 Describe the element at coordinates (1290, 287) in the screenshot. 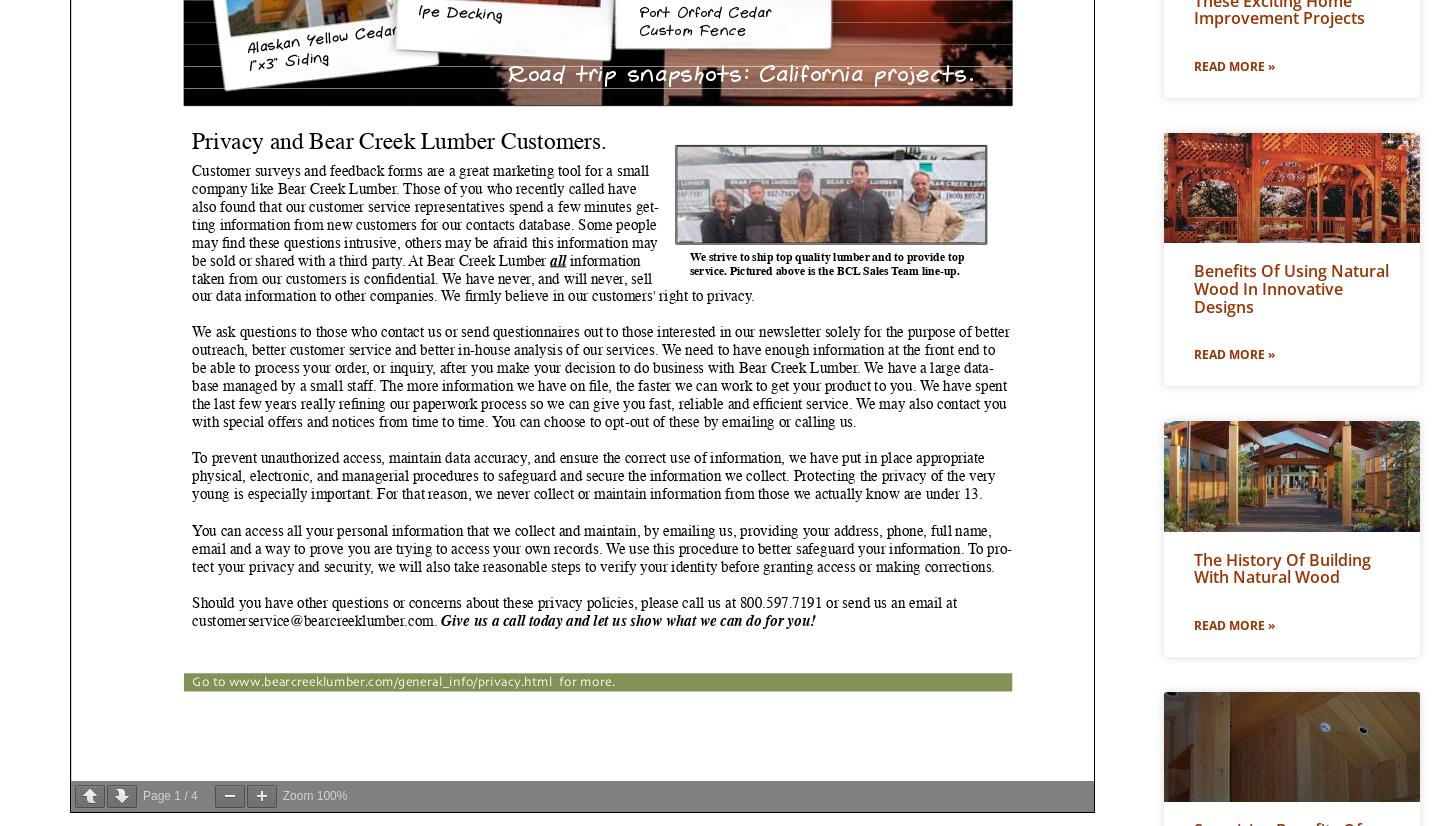

I see `'Benefits of Using Natural Wood In Innovative Designs'` at that location.